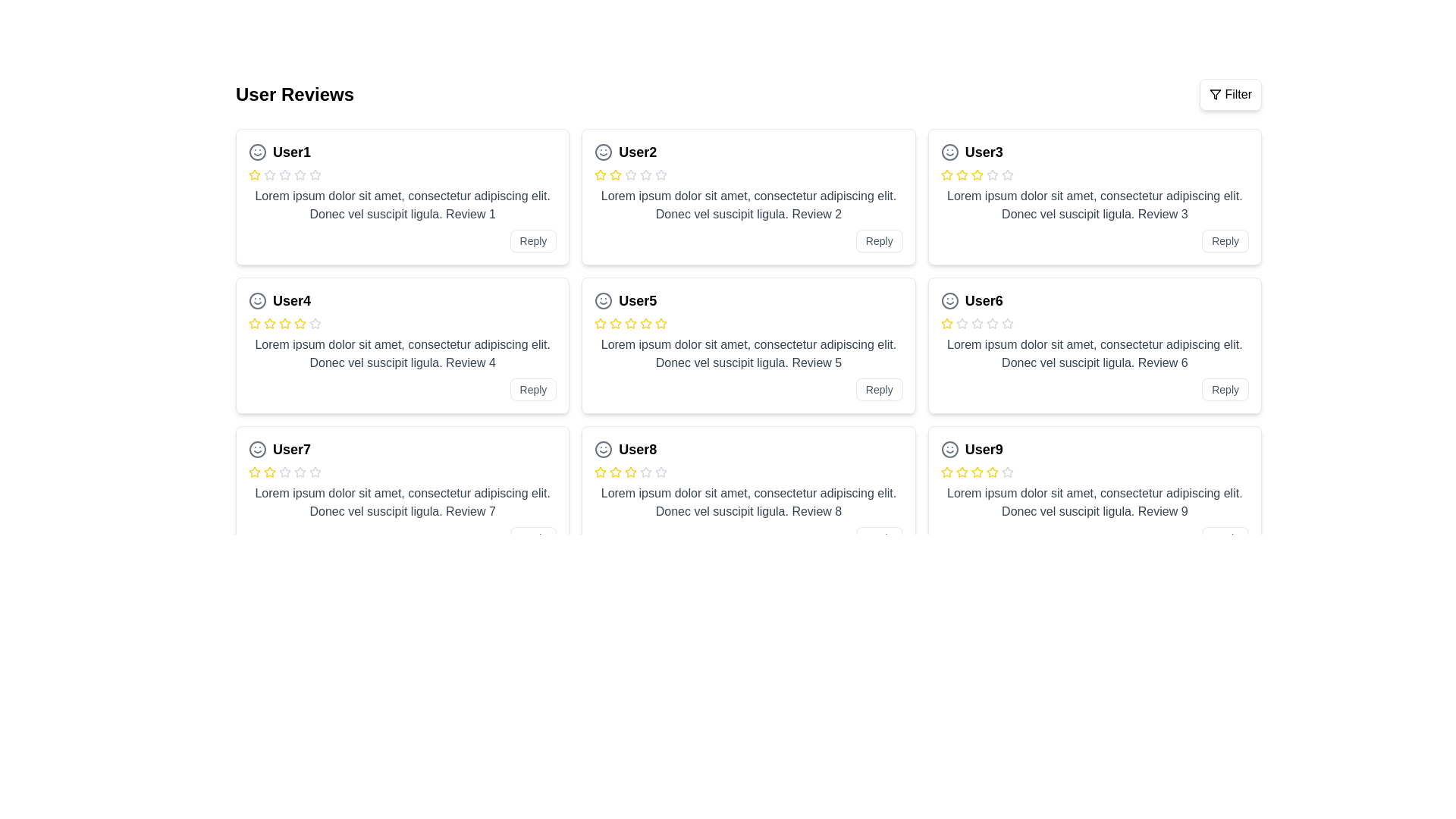  I want to click on the visual indication of the third yellow star icon in the rating interface for 'User8', located in the bottom row of the review card, so click(616, 472).